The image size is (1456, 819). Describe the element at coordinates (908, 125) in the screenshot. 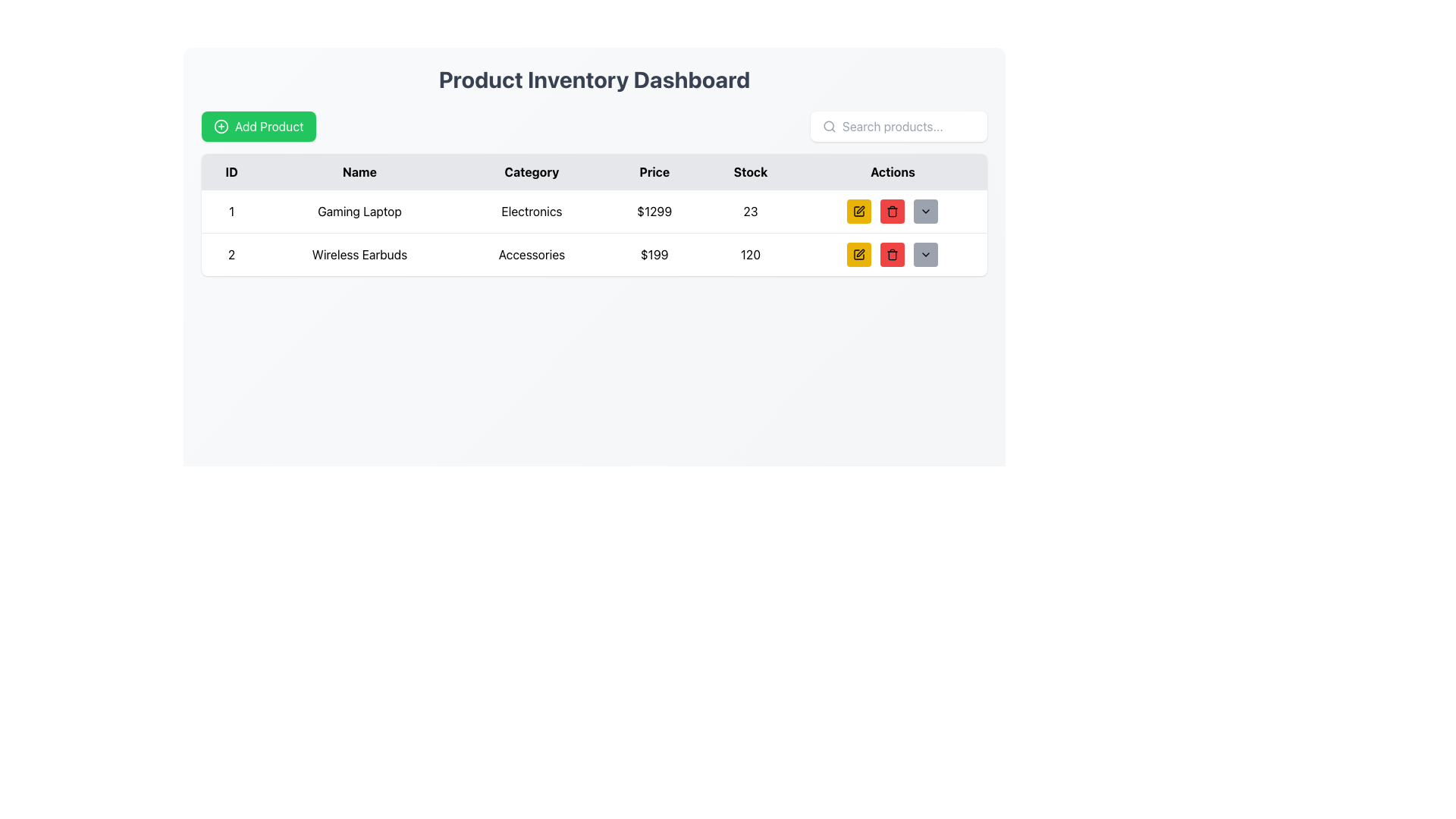

I see `the text input field with placeholder 'Search products...' located in the top-right corner of the interface to trigger the tooltip or focus effect` at that location.